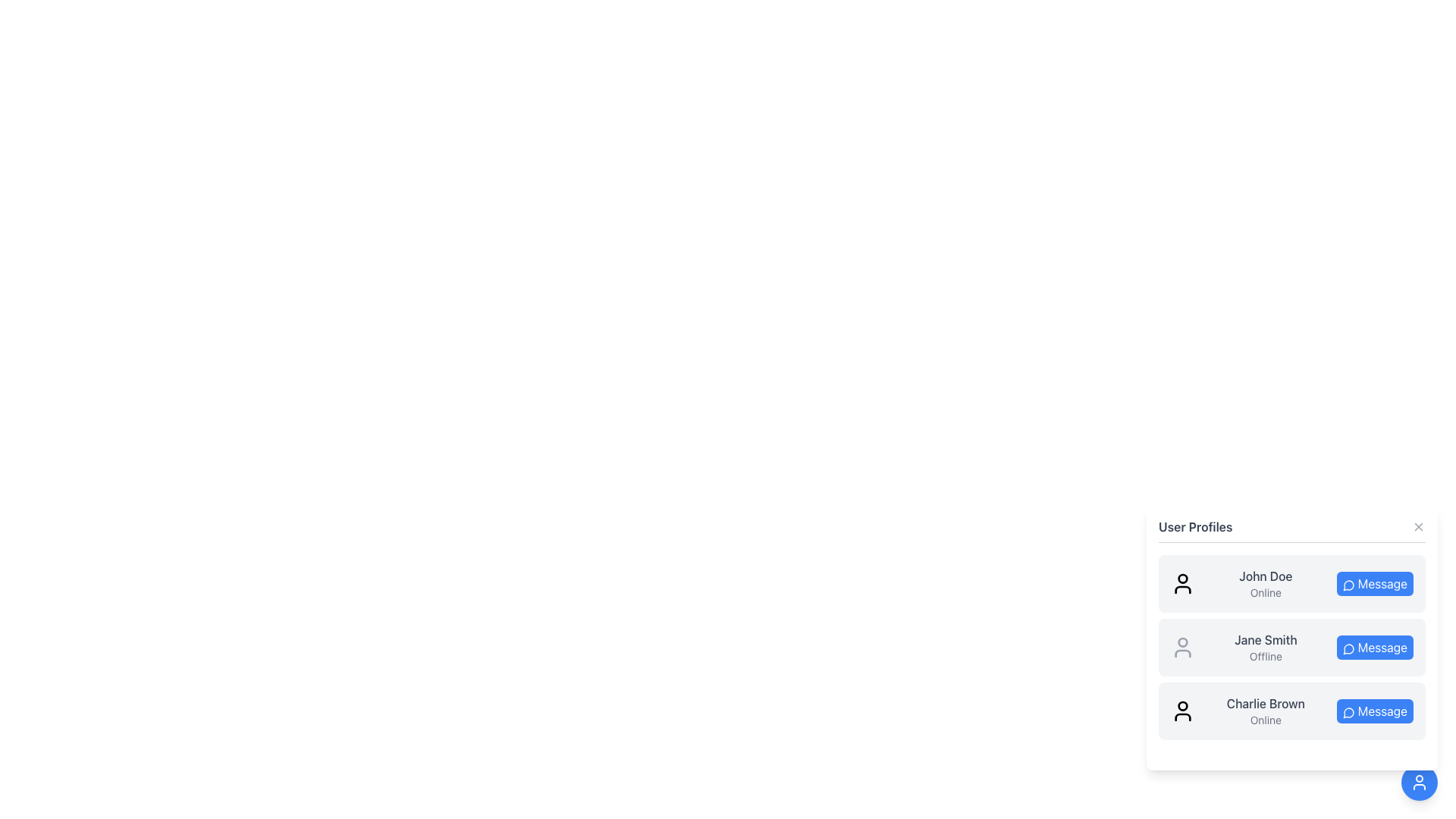 The width and height of the screenshot is (1456, 819). I want to click on the close button icon located in the top-right corner of the 'User Profiles' section, so click(1418, 526).